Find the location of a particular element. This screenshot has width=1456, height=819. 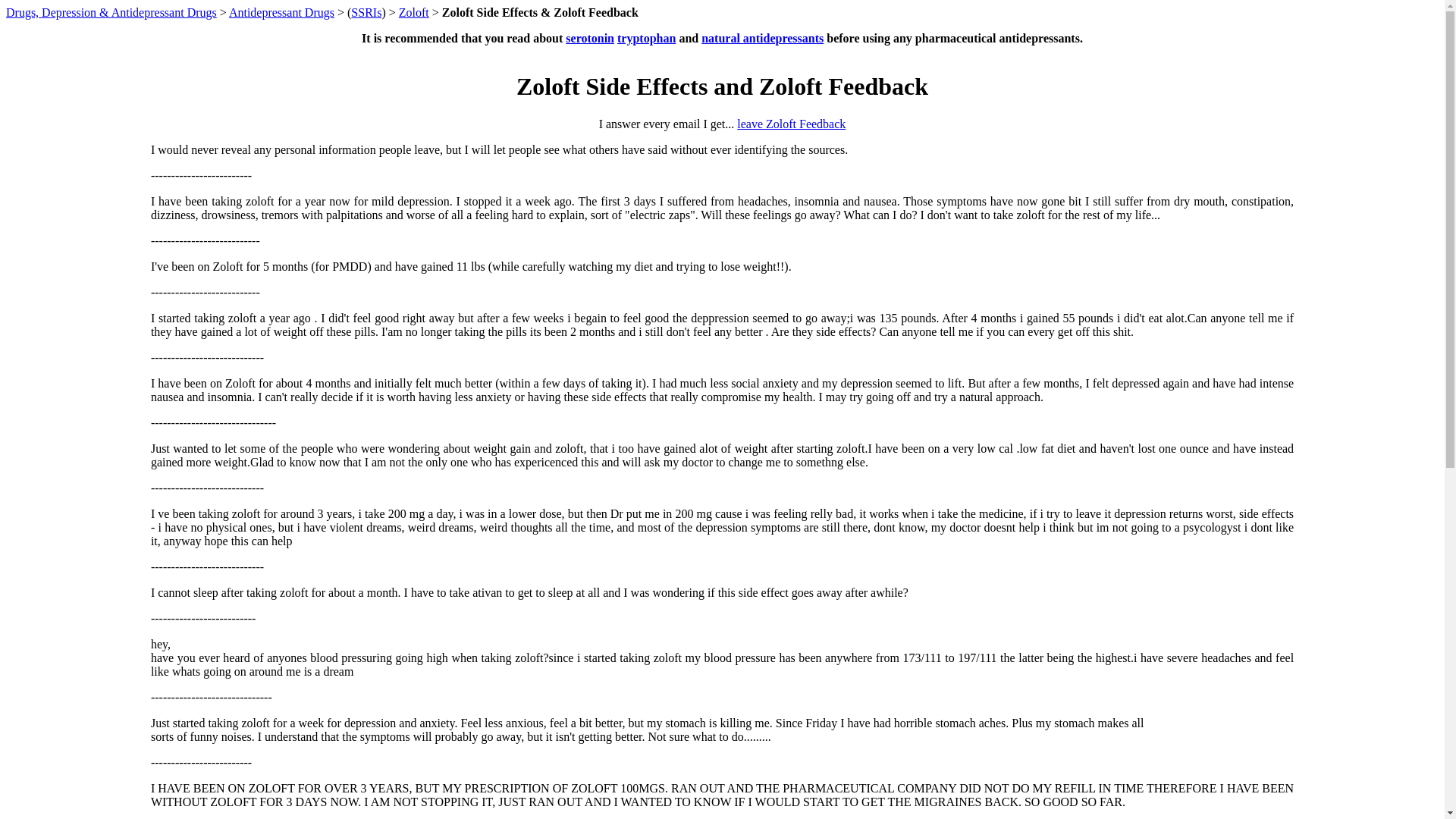

'SSRIs' is located at coordinates (366, 12).